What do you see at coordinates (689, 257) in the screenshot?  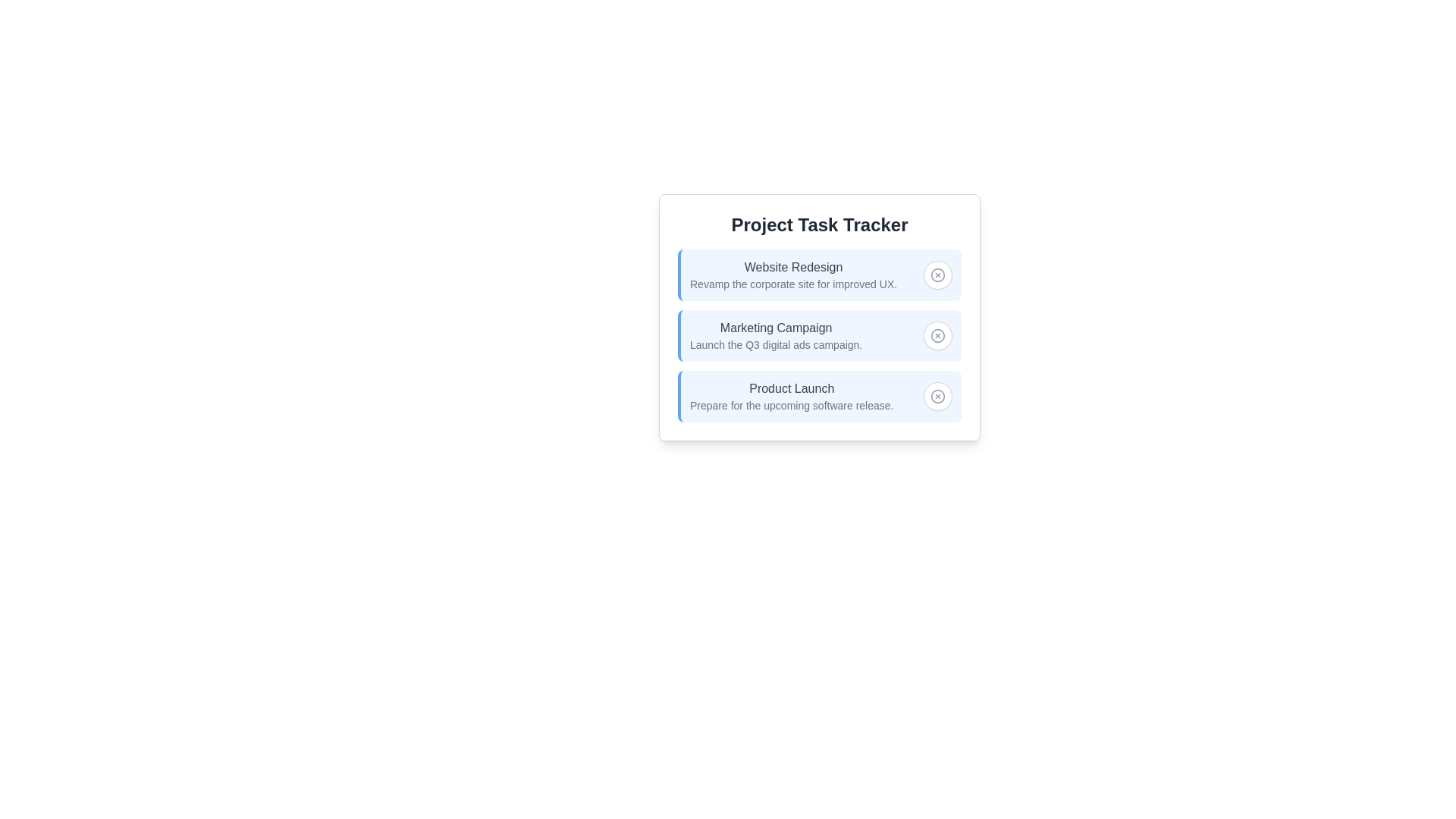 I see `the project name to view its details` at bounding box center [689, 257].